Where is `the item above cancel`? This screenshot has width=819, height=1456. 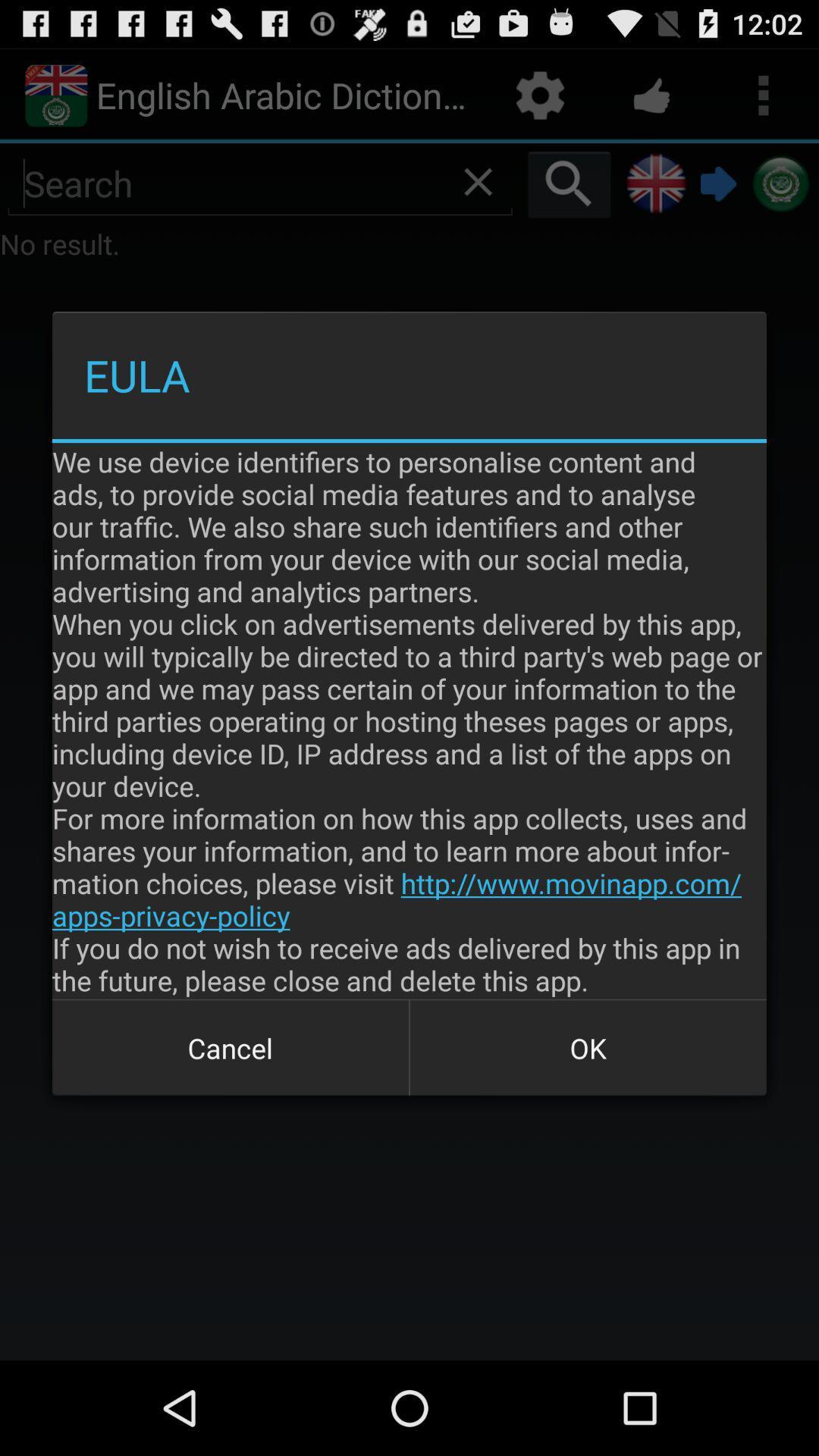 the item above cancel is located at coordinates (409, 720).